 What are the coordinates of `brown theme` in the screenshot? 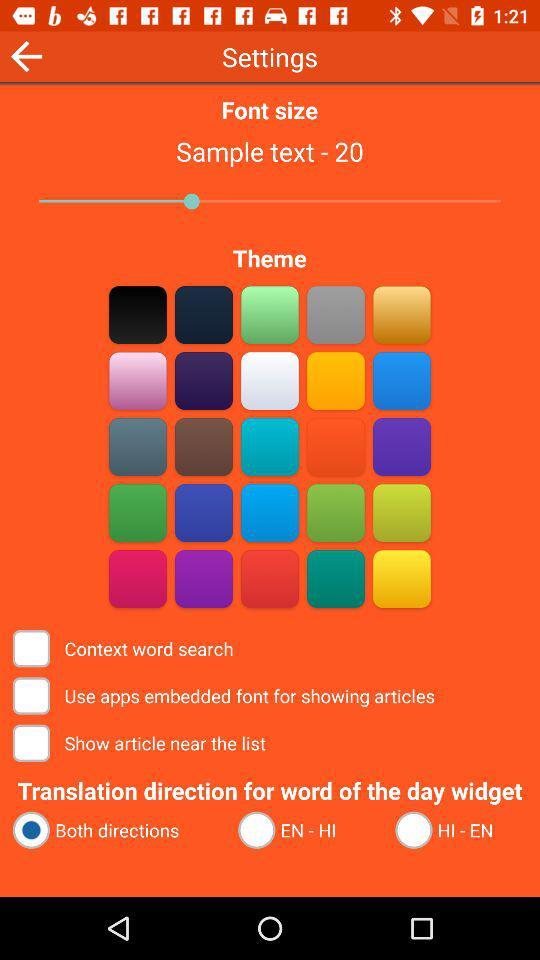 It's located at (203, 314).